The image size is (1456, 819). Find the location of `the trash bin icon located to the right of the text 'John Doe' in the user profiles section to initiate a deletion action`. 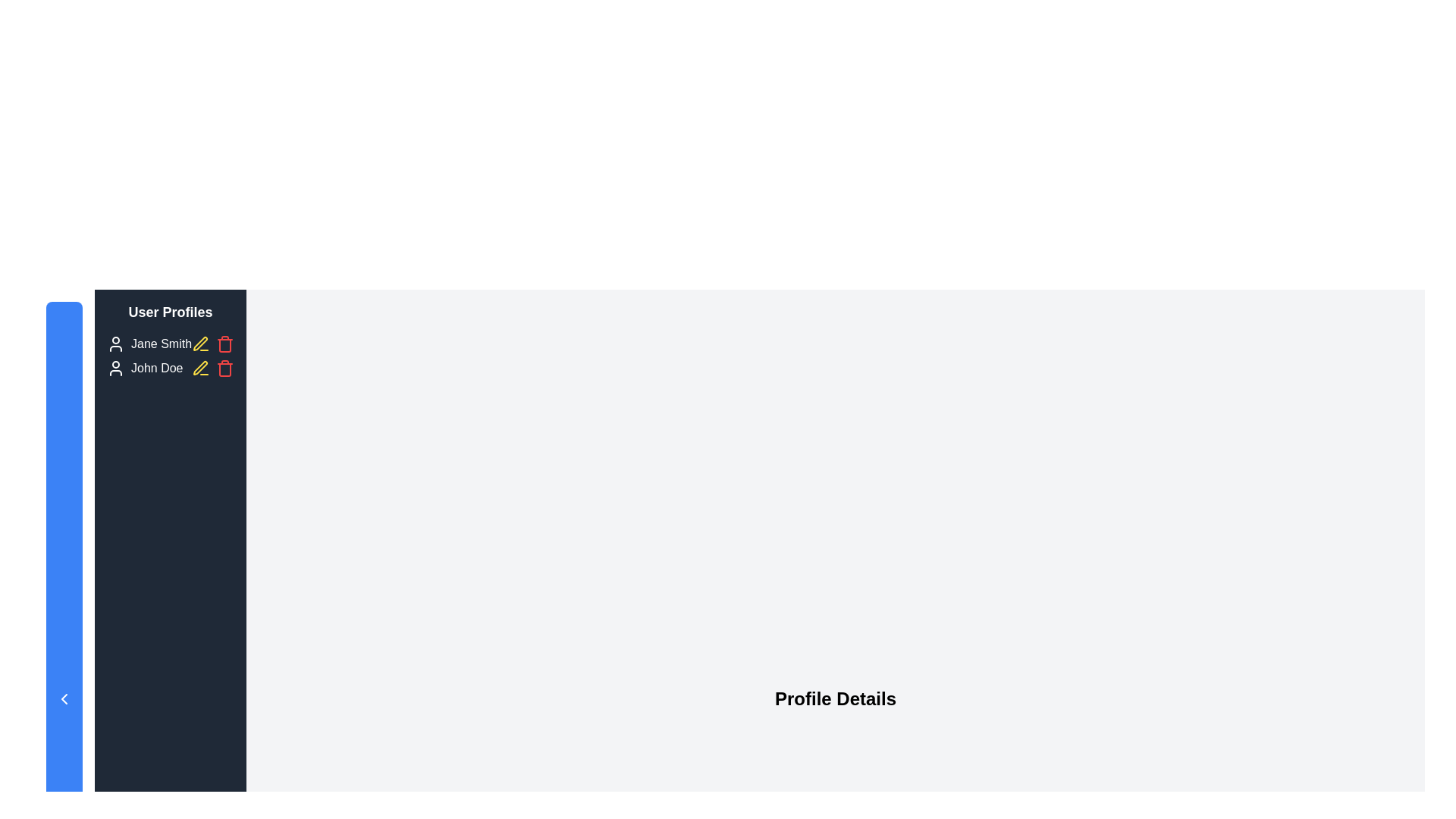

the trash bin icon located to the right of the text 'John Doe' in the user profiles section to initiate a deletion action is located at coordinates (224, 370).